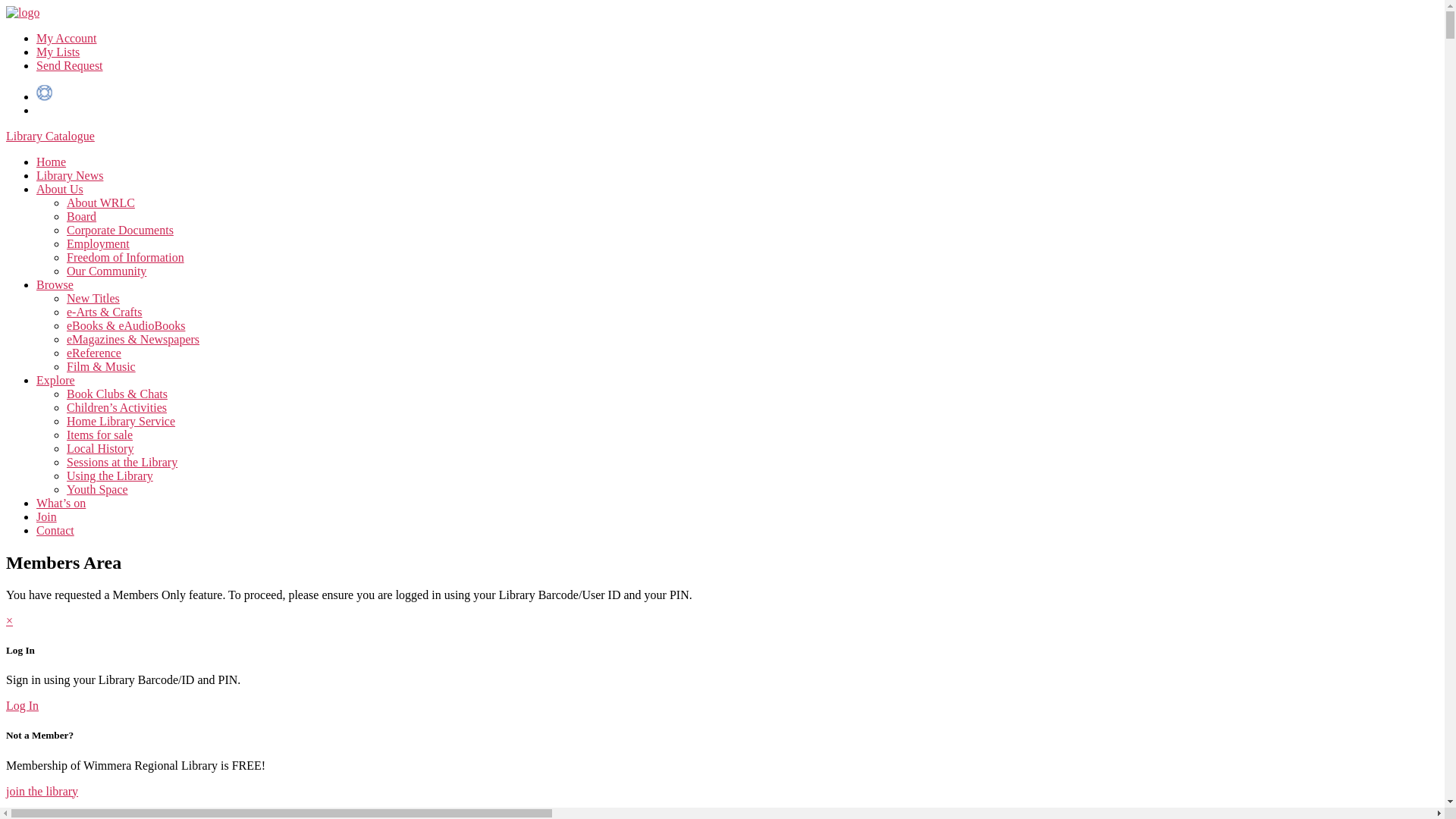 Image resolution: width=1456 pixels, height=819 pixels. I want to click on 'e-Arts & Crafts', so click(104, 311).